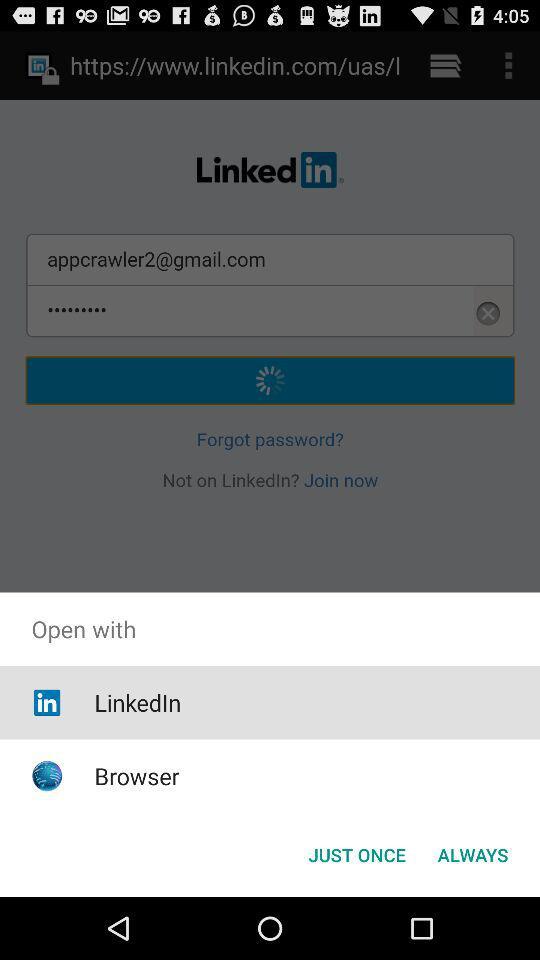 The height and width of the screenshot is (960, 540). What do you see at coordinates (356, 853) in the screenshot?
I see `the item to the left of the always` at bounding box center [356, 853].